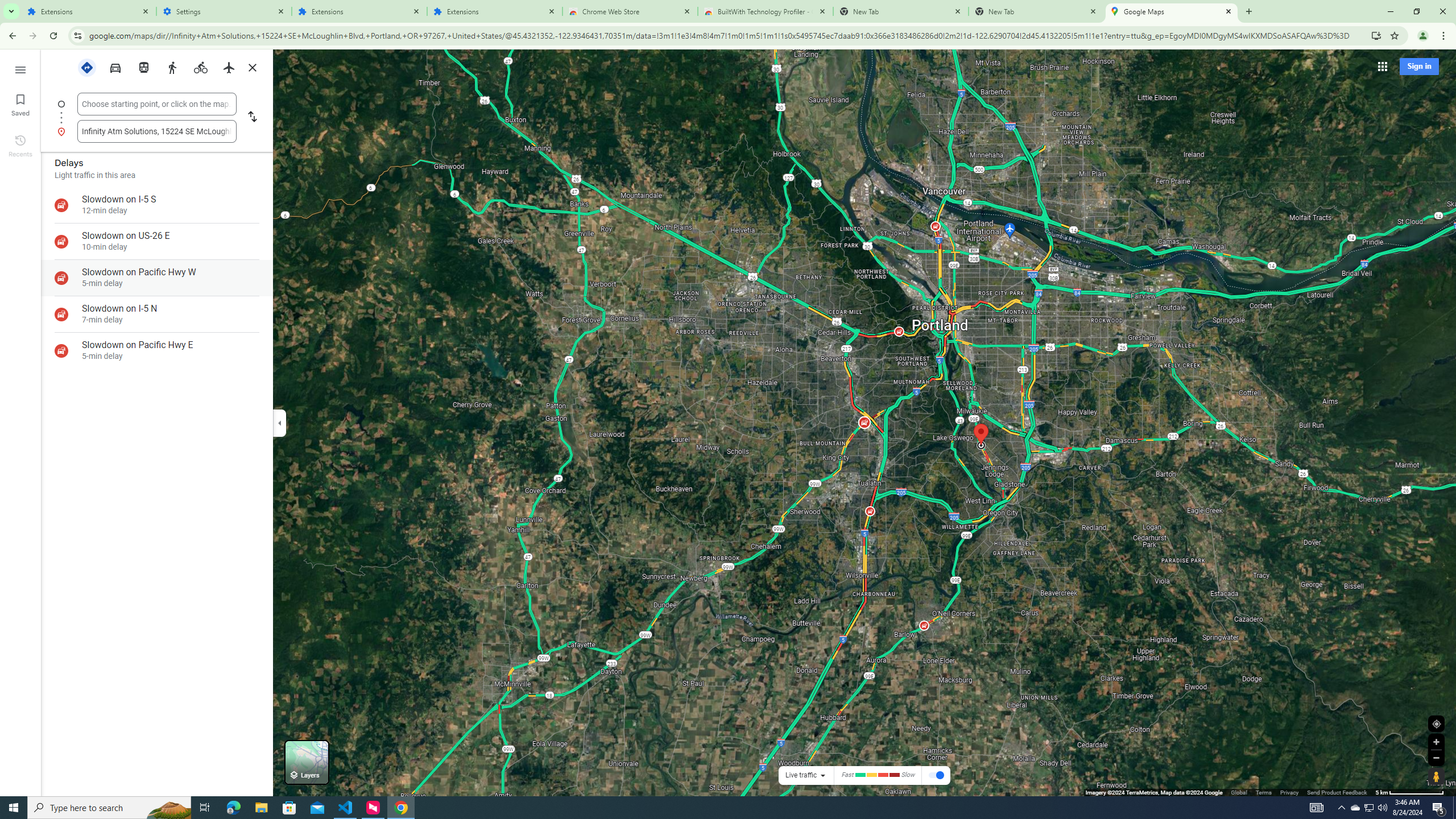 Image resolution: width=1456 pixels, height=819 pixels. I want to click on 'Transit', so click(143, 66).